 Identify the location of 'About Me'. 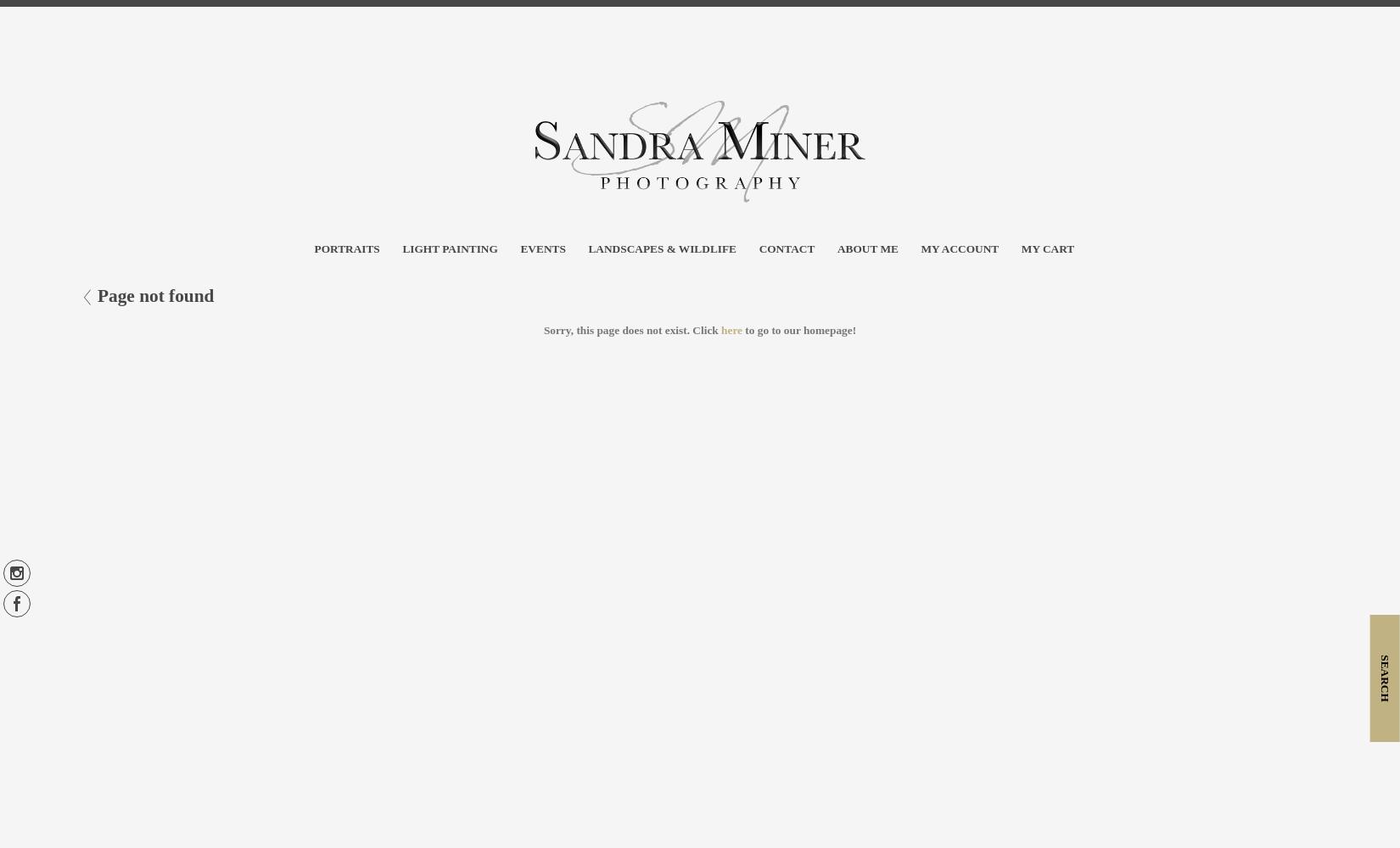
(867, 248).